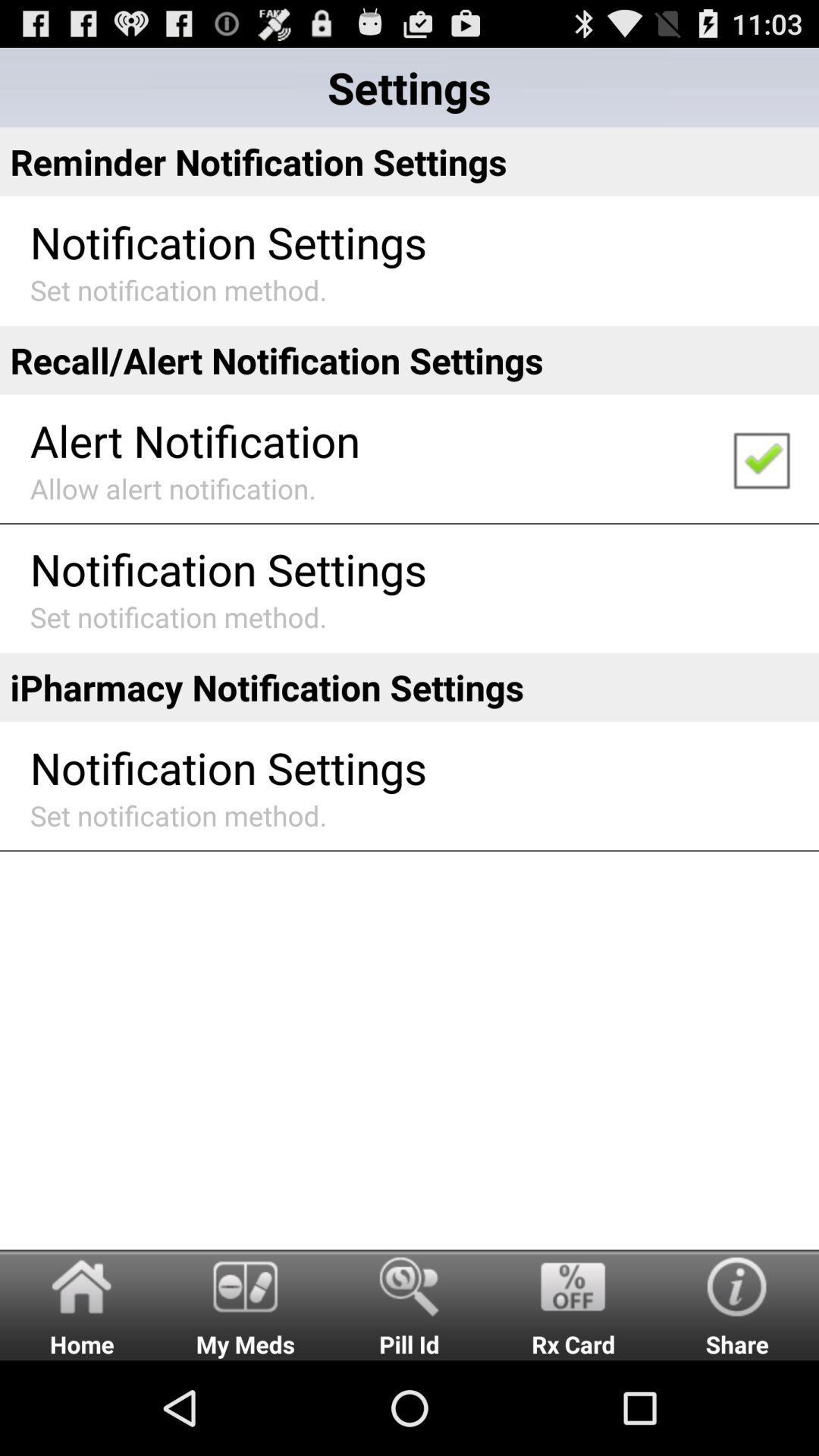 The height and width of the screenshot is (1456, 819). I want to click on item to the right of the my meds, so click(409, 1304).